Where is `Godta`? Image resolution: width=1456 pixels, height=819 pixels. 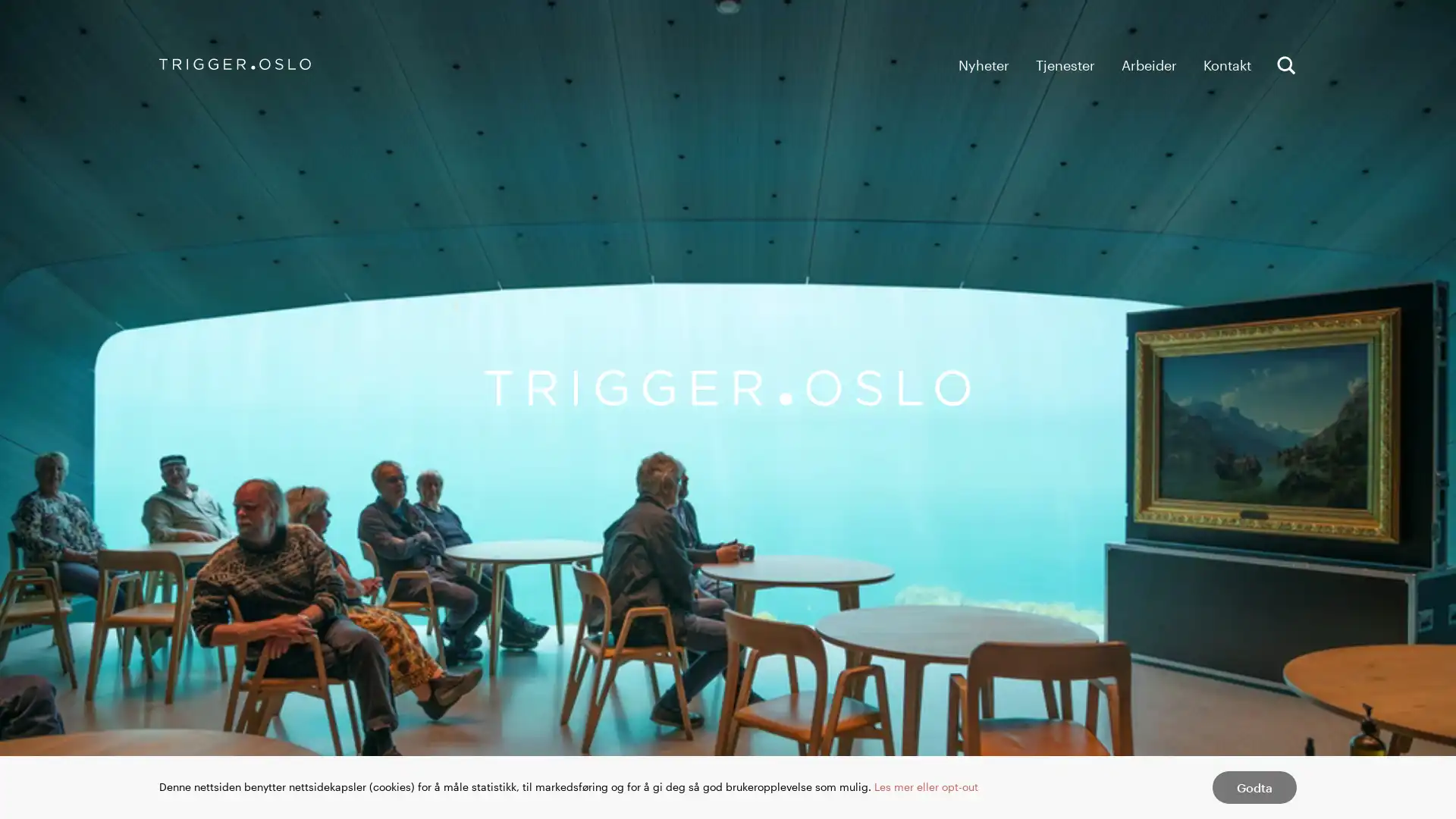
Godta is located at coordinates (1254, 786).